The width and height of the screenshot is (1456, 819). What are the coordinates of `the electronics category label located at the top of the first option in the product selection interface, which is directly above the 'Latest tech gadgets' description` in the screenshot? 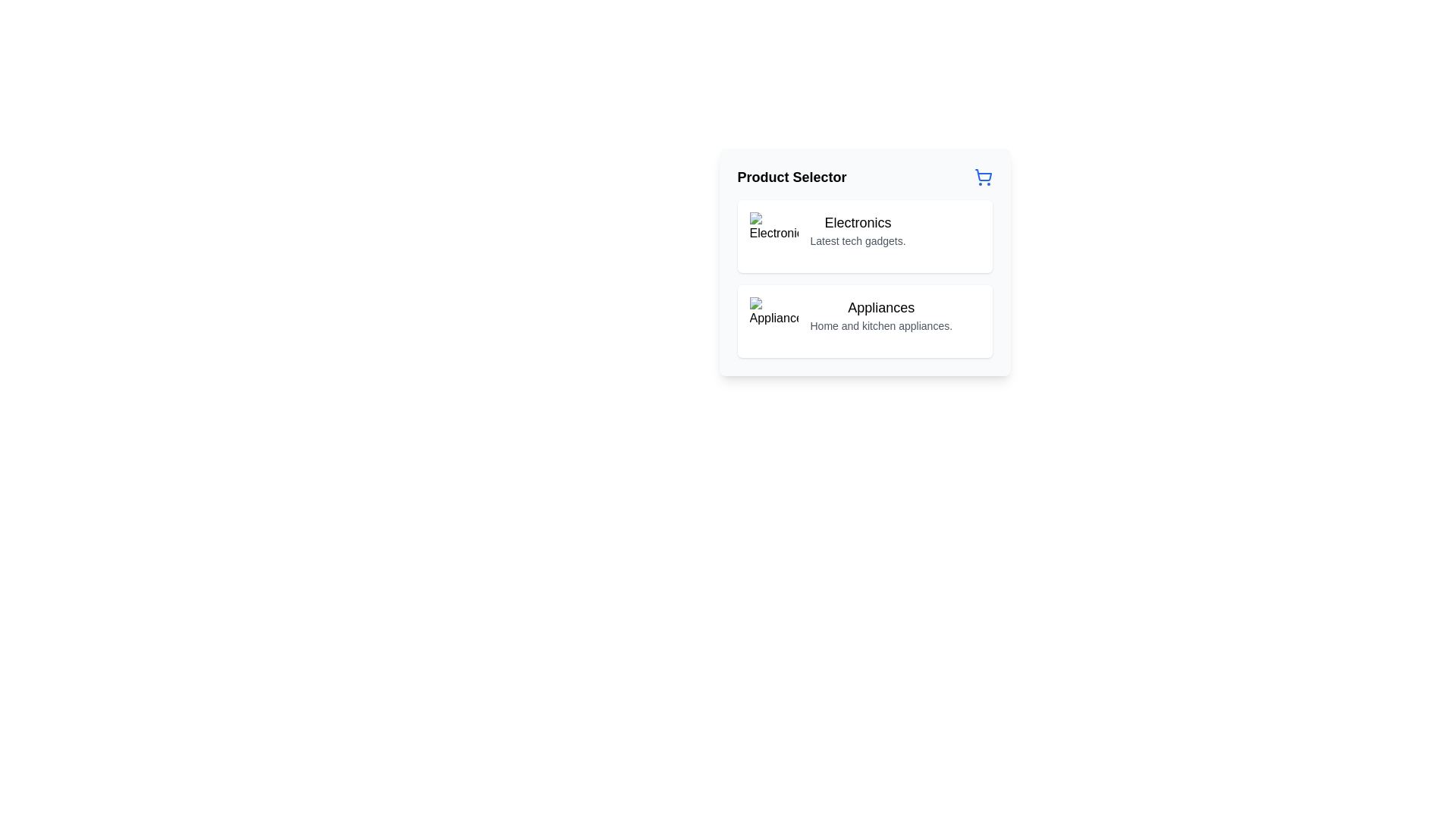 It's located at (858, 222).